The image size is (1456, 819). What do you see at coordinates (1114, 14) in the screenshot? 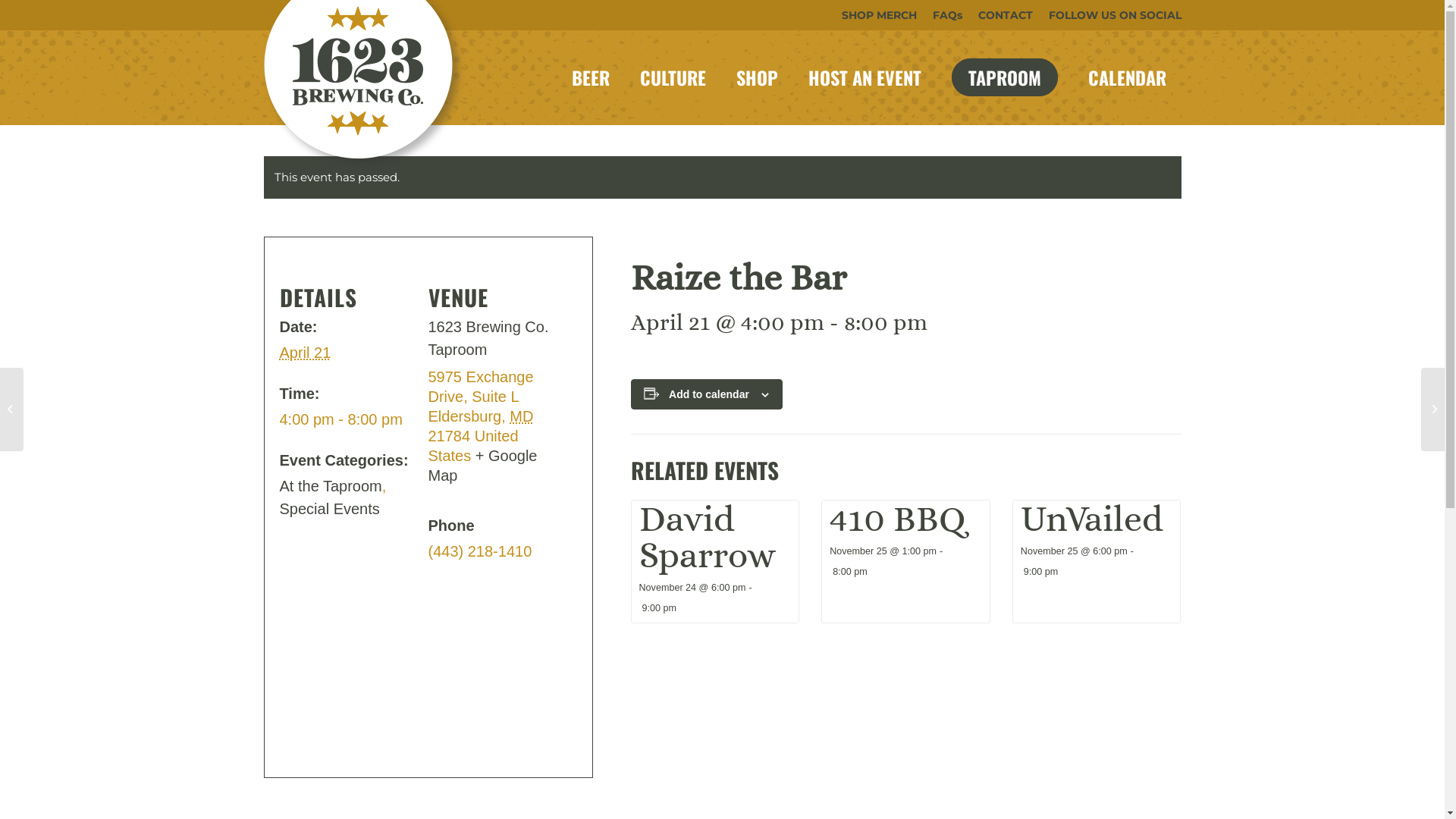
I see `'FOLLOW US ON SOCIAL'` at bounding box center [1114, 14].